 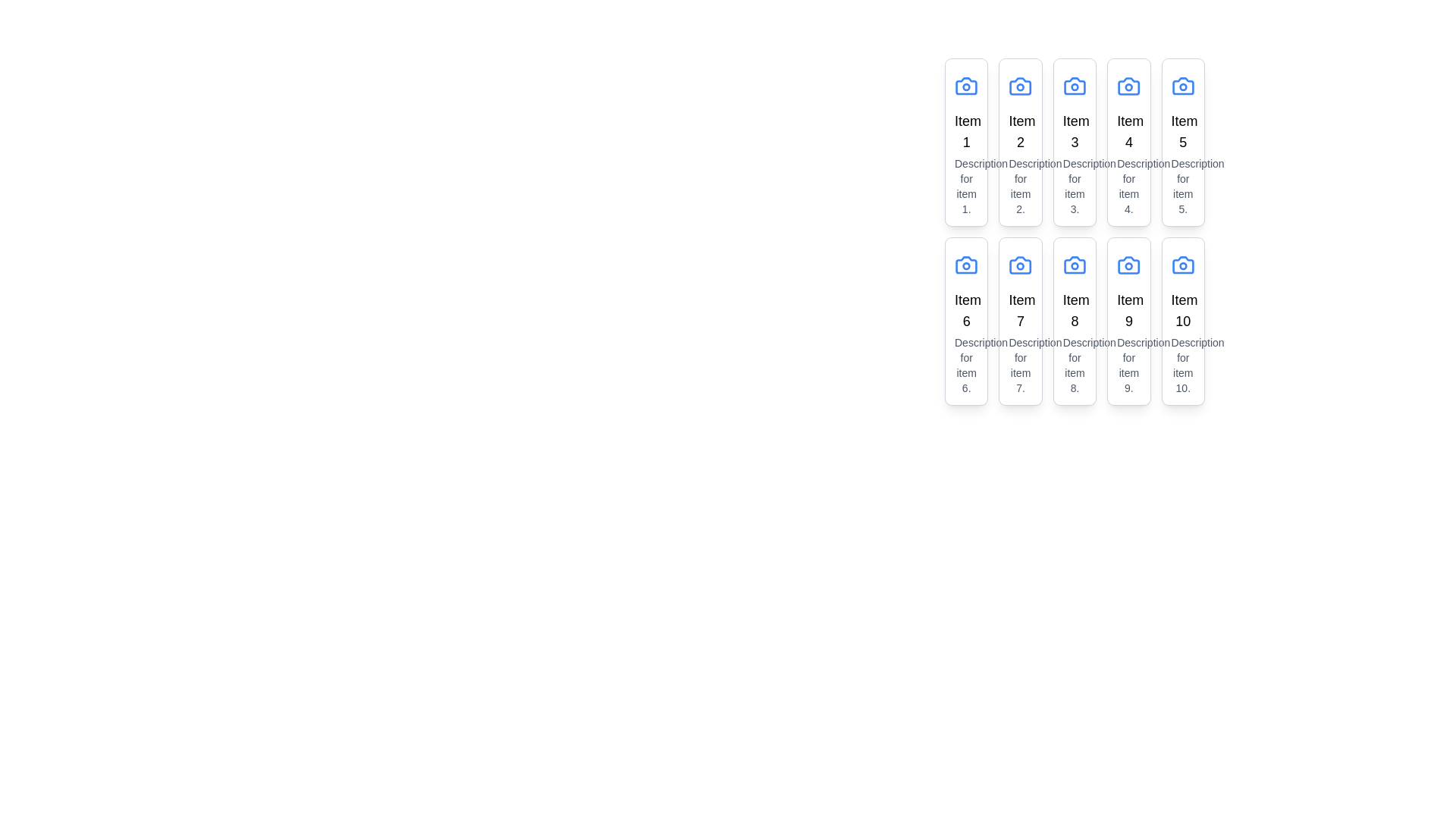 What do you see at coordinates (1021, 186) in the screenshot?
I see `the static text element reading 'Description for item 2.' located in the second card of the interface, which is styled in a small, gray, centered font` at bounding box center [1021, 186].